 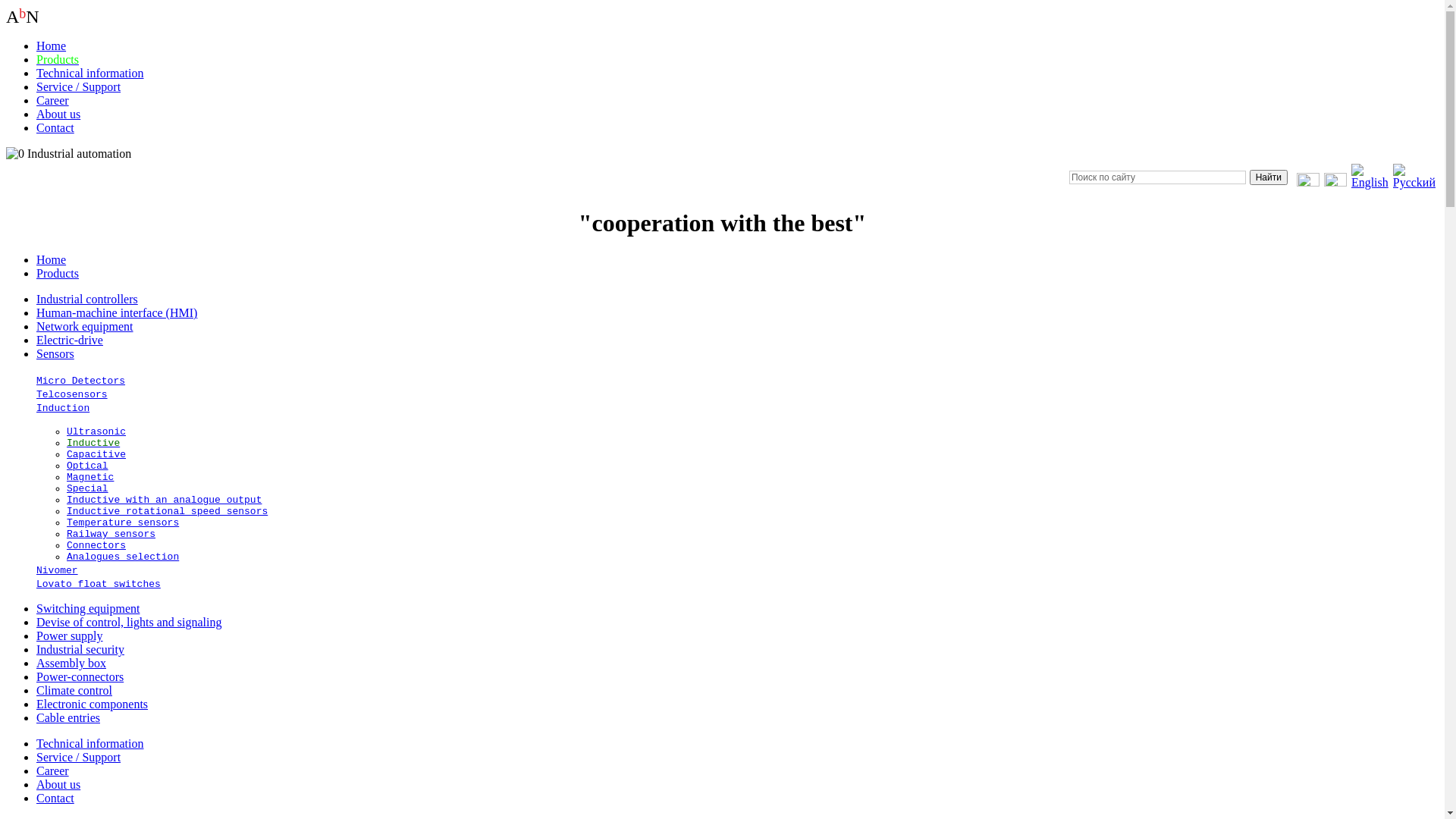 What do you see at coordinates (61, 407) in the screenshot?
I see `'Induction'` at bounding box center [61, 407].